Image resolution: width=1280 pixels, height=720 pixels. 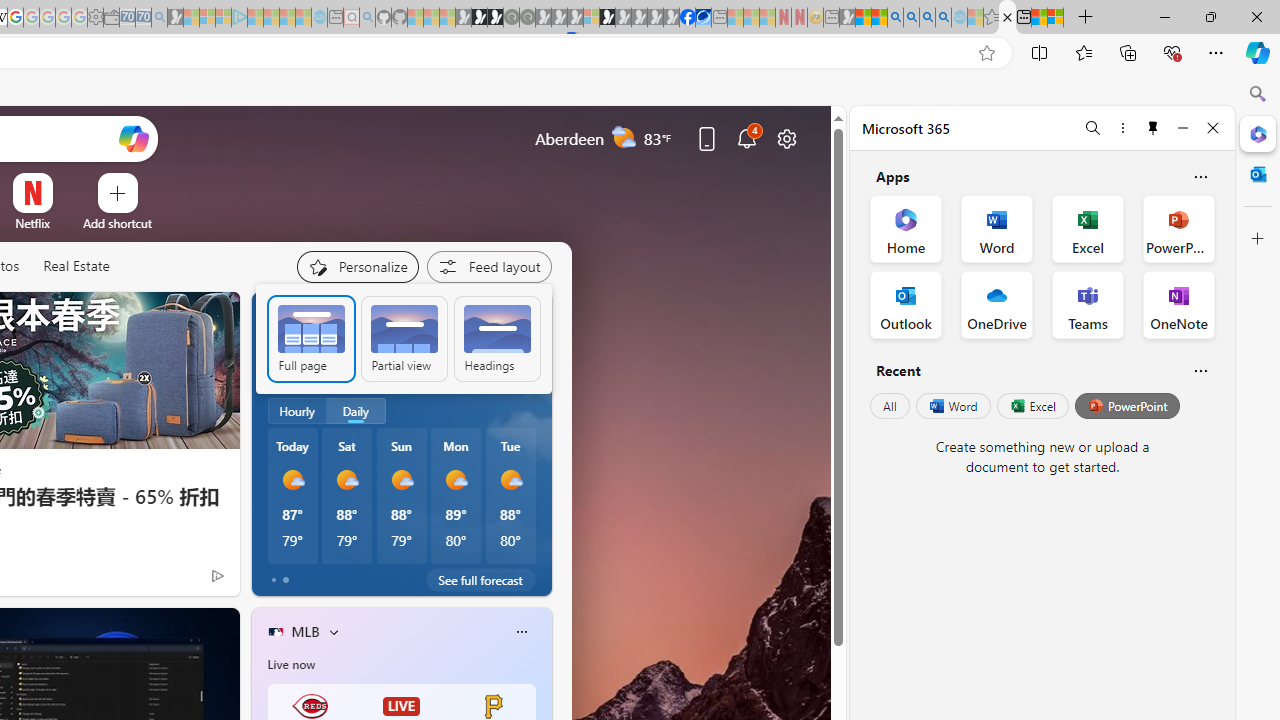 I want to click on 'Outlook Office App', so click(x=905, y=304).